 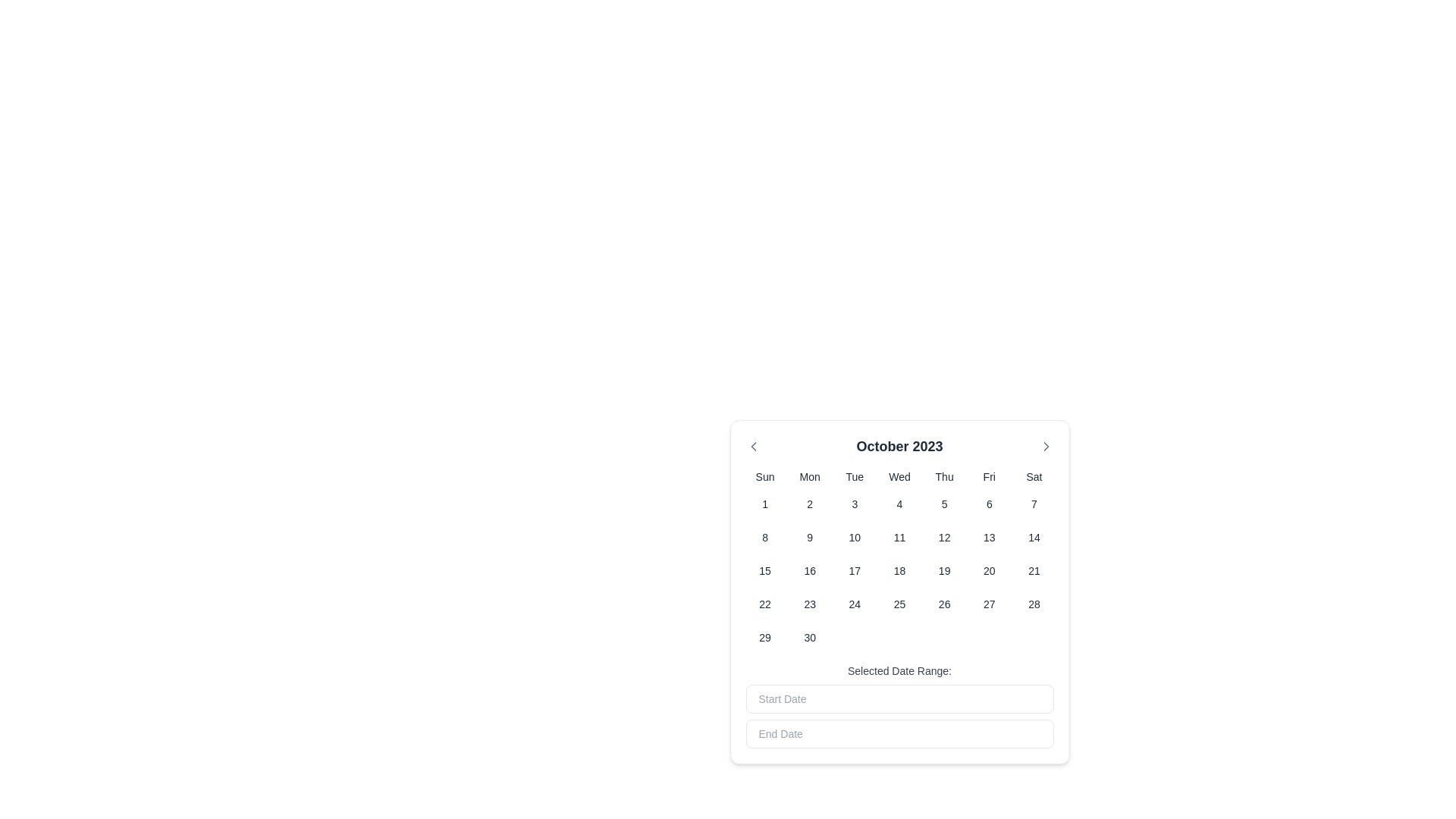 I want to click on the small, rounded rectangle button displaying the number '1' in the calendar layout, so click(x=765, y=504).